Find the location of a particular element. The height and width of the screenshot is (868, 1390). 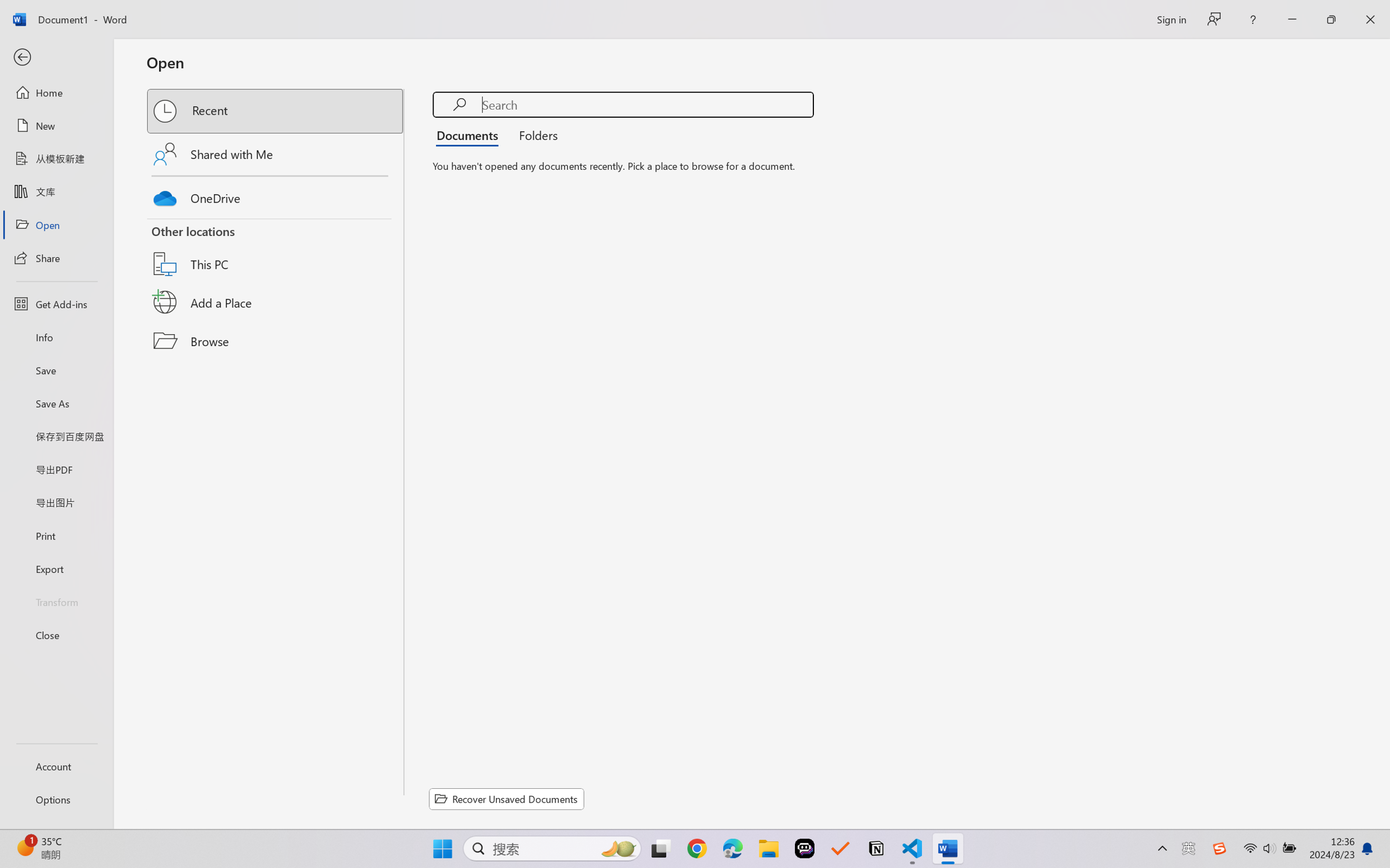

'Save As' is located at coordinates (56, 403).